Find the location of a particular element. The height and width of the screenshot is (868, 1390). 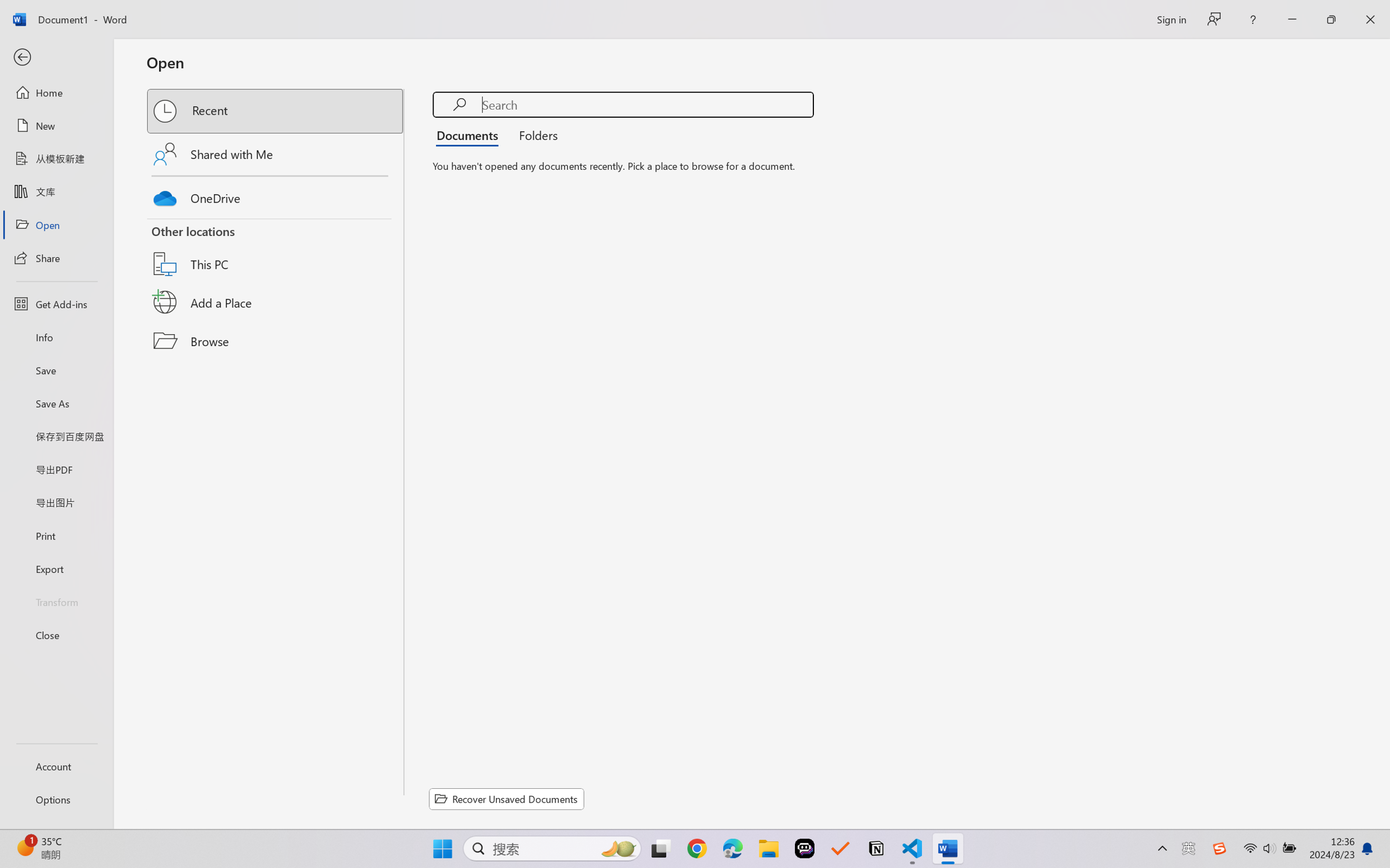

'Save As' is located at coordinates (56, 403).